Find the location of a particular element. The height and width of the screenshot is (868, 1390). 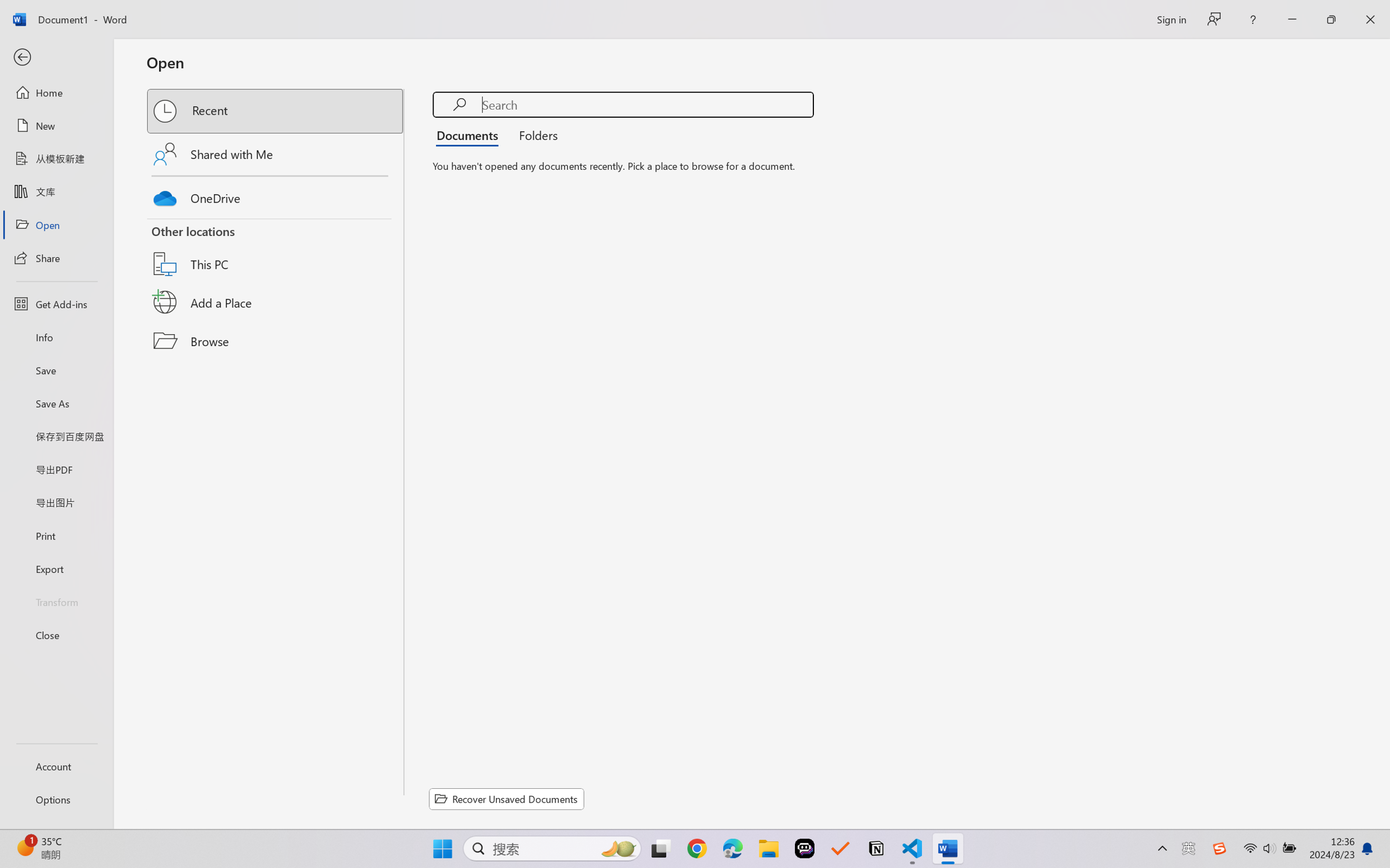

'Save As' is located at coordinates (56, 403).